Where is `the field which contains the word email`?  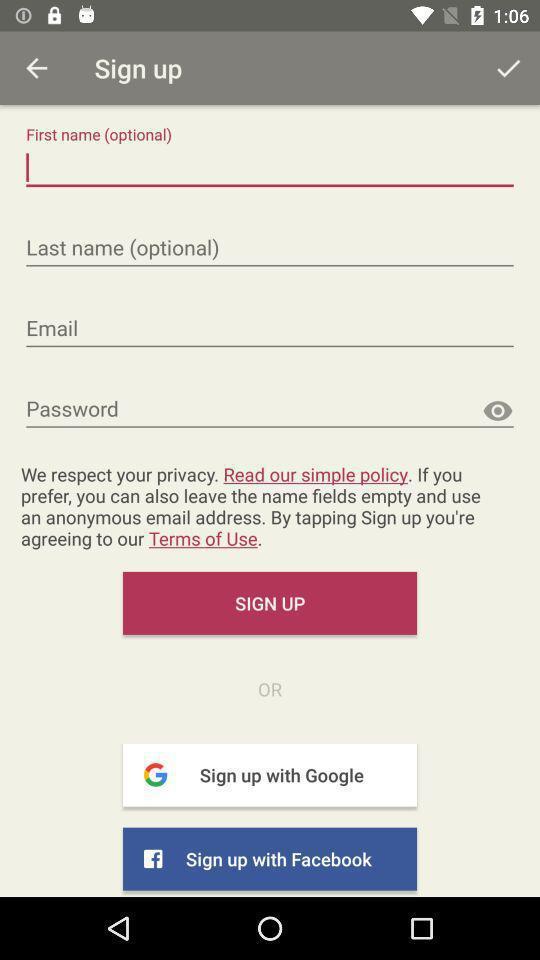
the field which contains the word email is located at coordinates (270, 329).